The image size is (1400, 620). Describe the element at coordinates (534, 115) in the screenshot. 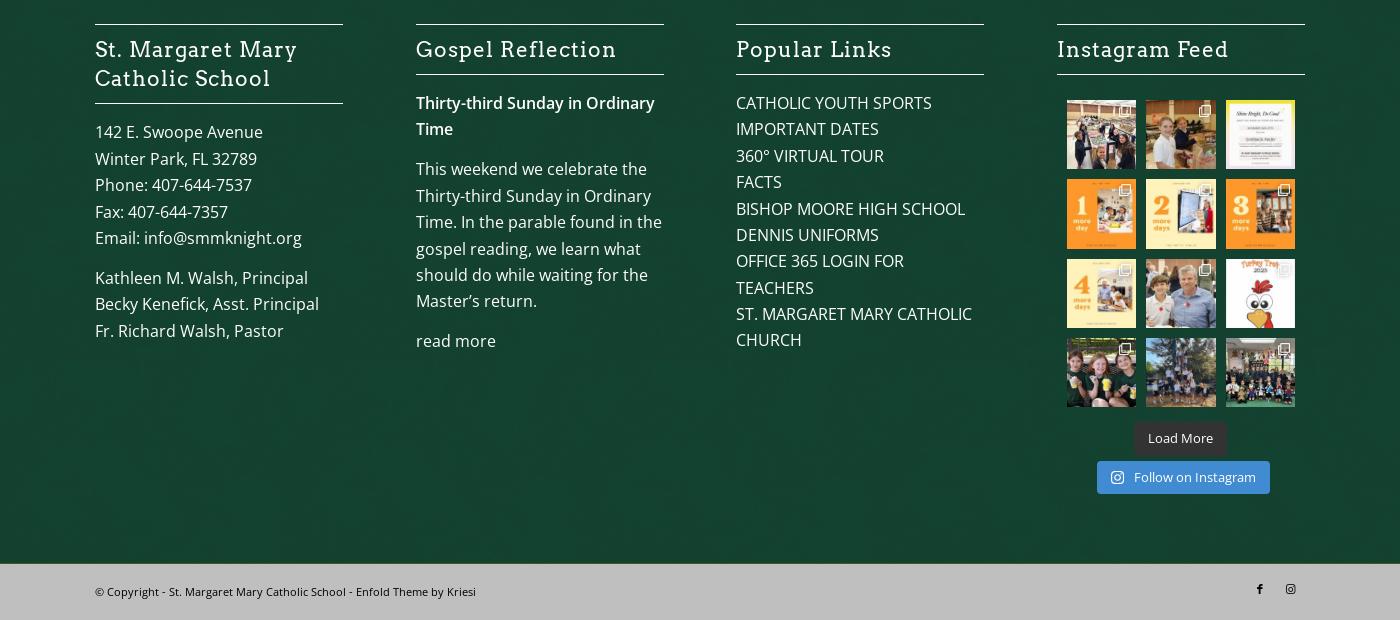

I see `'Thirty-third Sunday in Ordinary Time'` at that location.